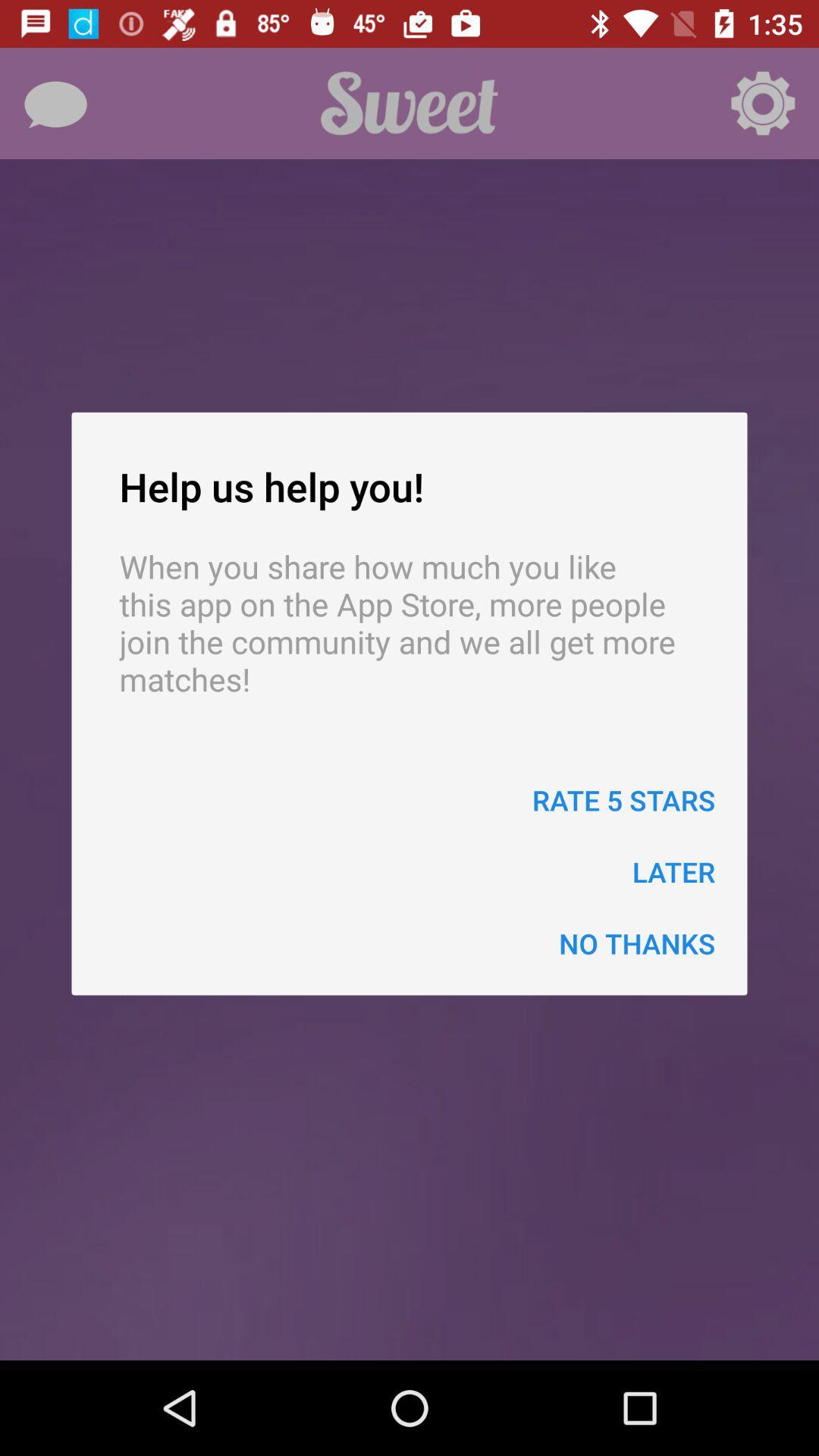 The height and width of the screenshot is (1456, 819). Describe the element at coordinates (623, 799) in the screenshot. I see `the item below when you share` at that location.